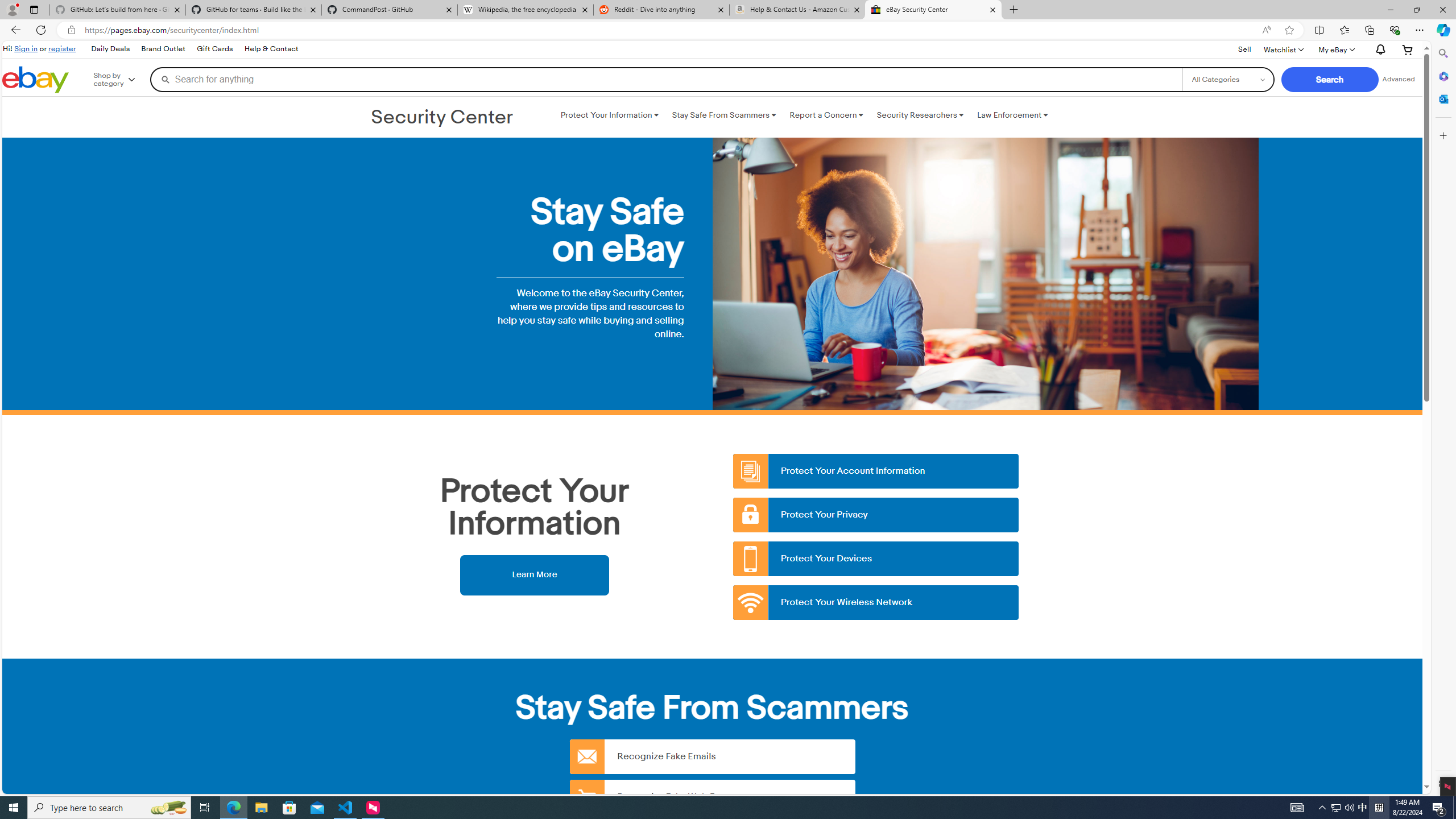  I want to click on 'Wikipedia, the free encyclopedia', so click(526, 9).